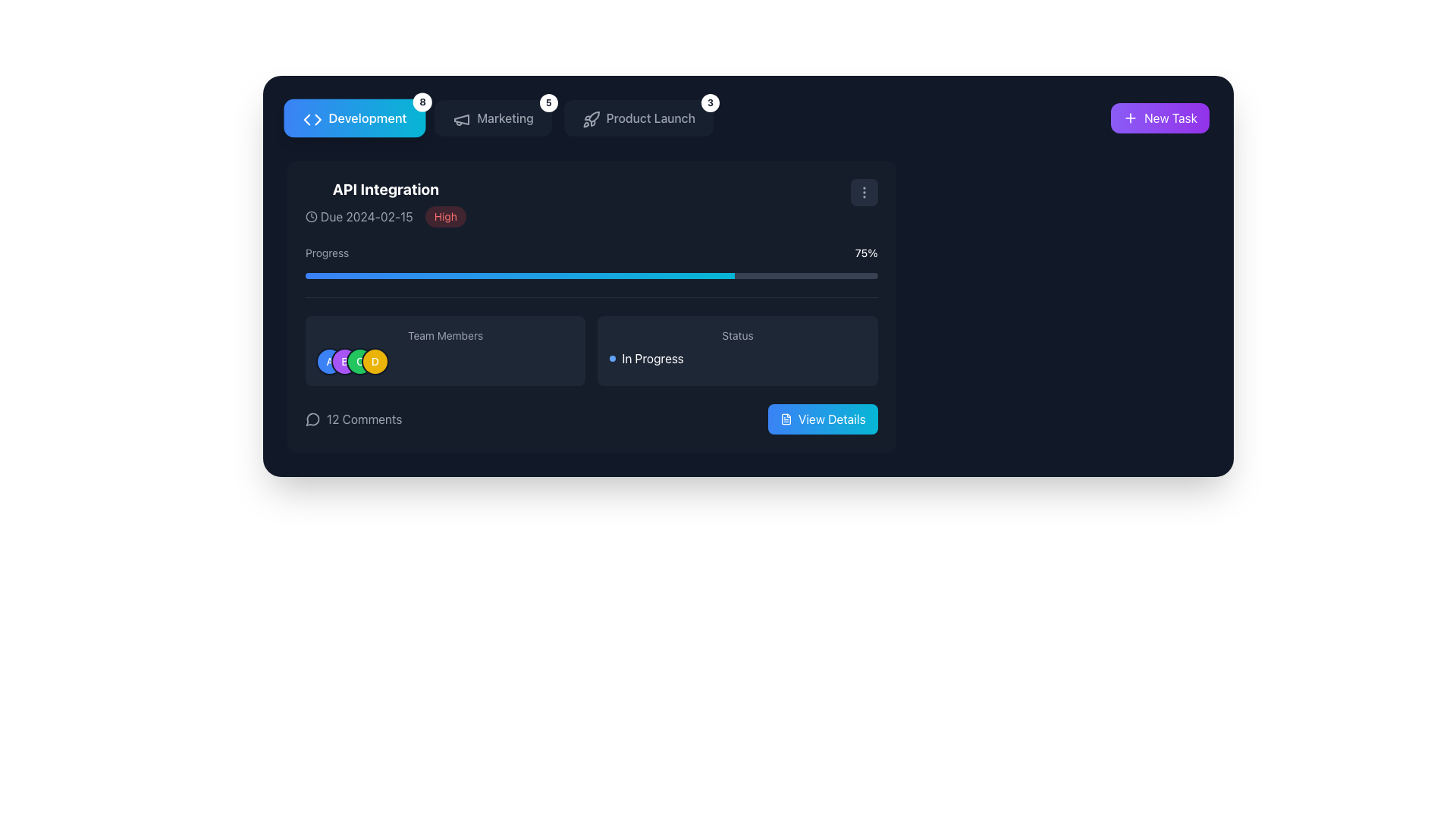  I want to click on the 'Marketing' button, which has a megaphone icon on the left and a count of '5' in the upper-right corner, so click(493, 117).